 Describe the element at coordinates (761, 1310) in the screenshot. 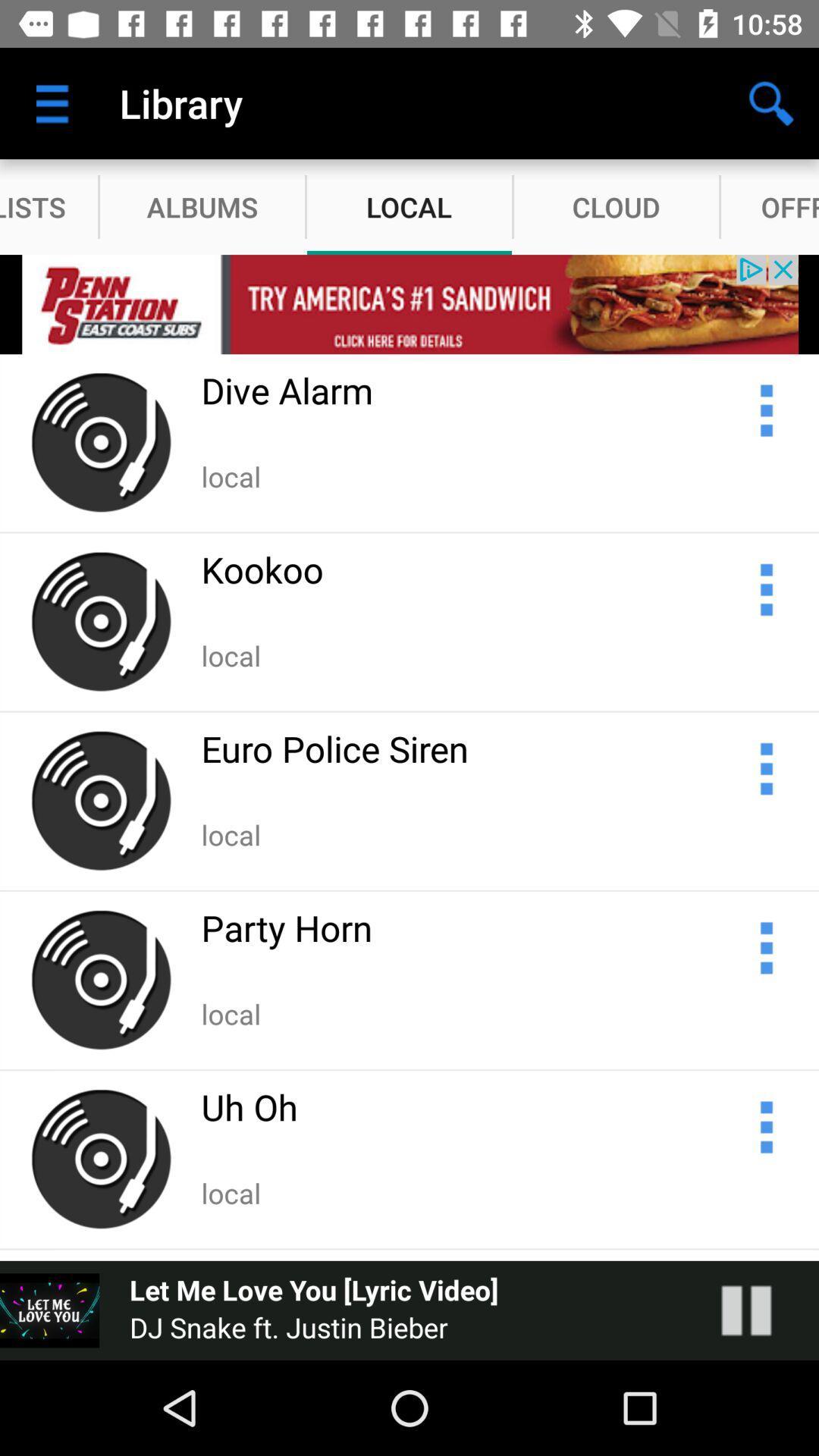

I see `the pause icon` at that location.